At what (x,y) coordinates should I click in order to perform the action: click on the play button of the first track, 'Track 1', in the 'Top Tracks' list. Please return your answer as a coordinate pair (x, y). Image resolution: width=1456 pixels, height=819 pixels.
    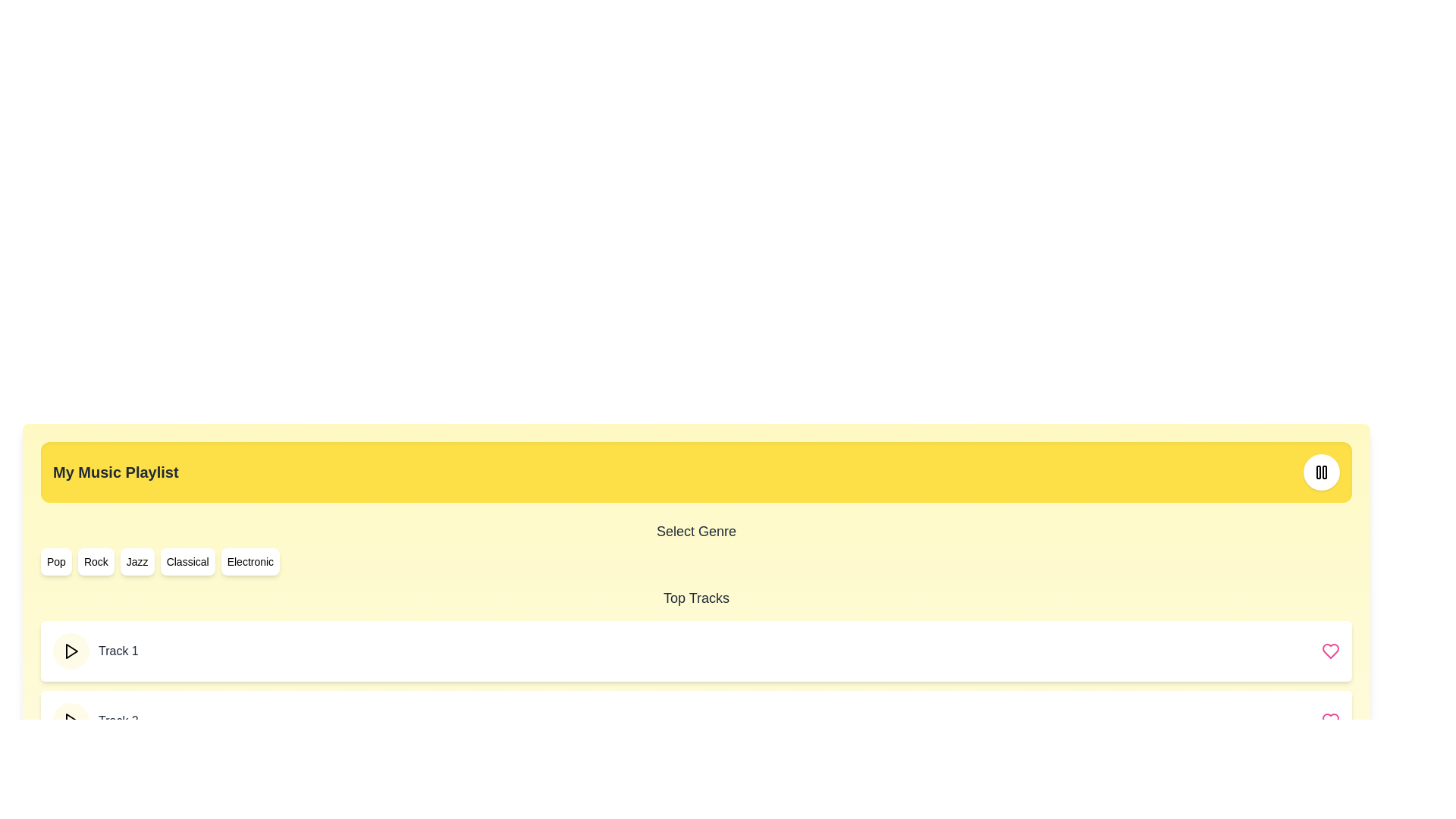
    Looking at the image, I should click on (695, 651).